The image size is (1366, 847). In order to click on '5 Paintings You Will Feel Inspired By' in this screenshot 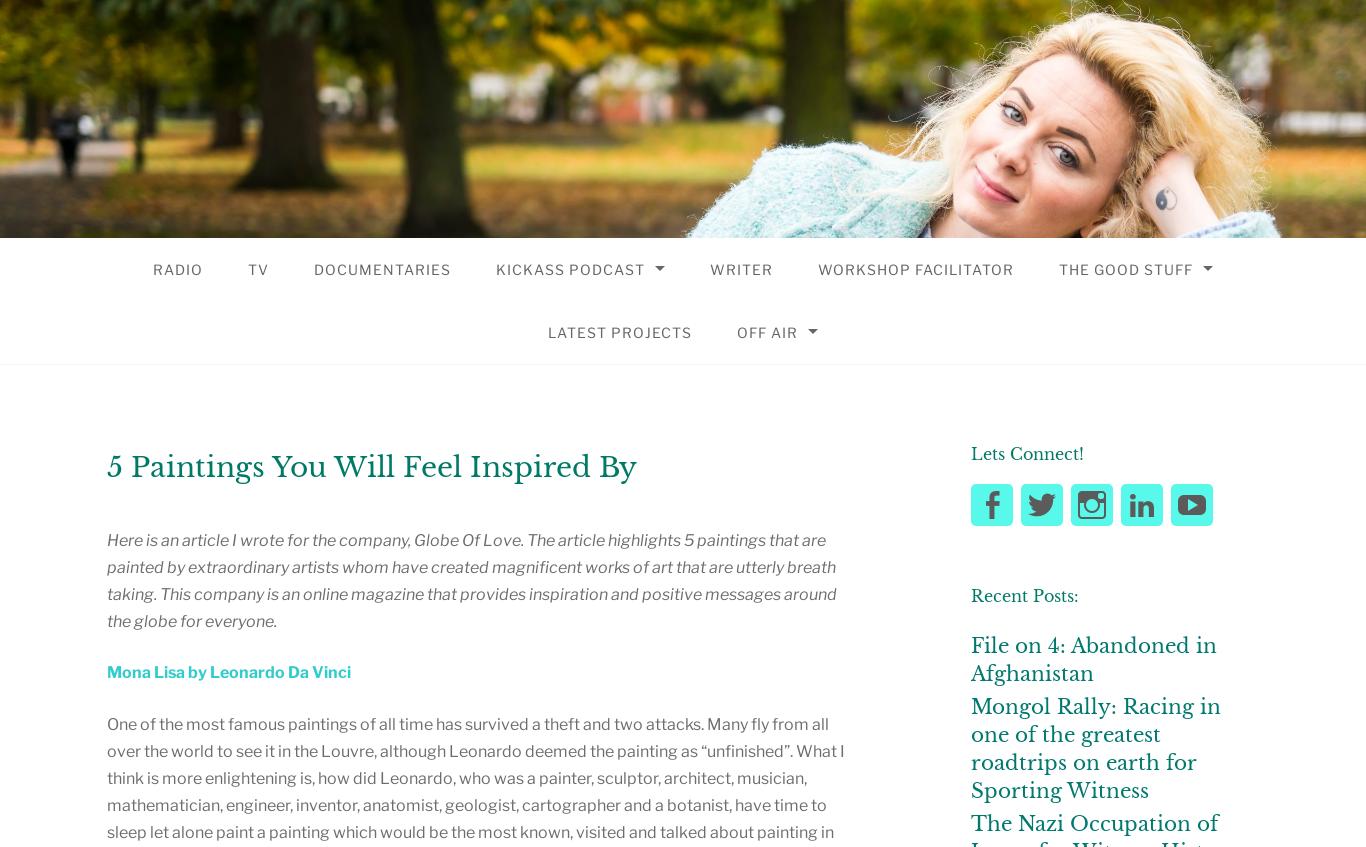, I will do `click(106, 466)`.